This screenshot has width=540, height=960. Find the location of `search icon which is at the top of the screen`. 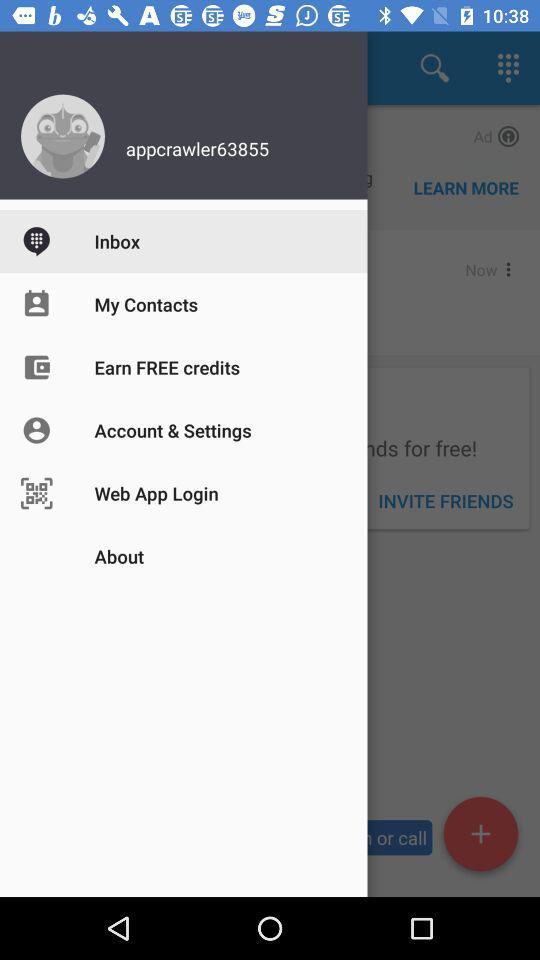

search icon which is at the top of the screen is located at coordinates (434, 68).